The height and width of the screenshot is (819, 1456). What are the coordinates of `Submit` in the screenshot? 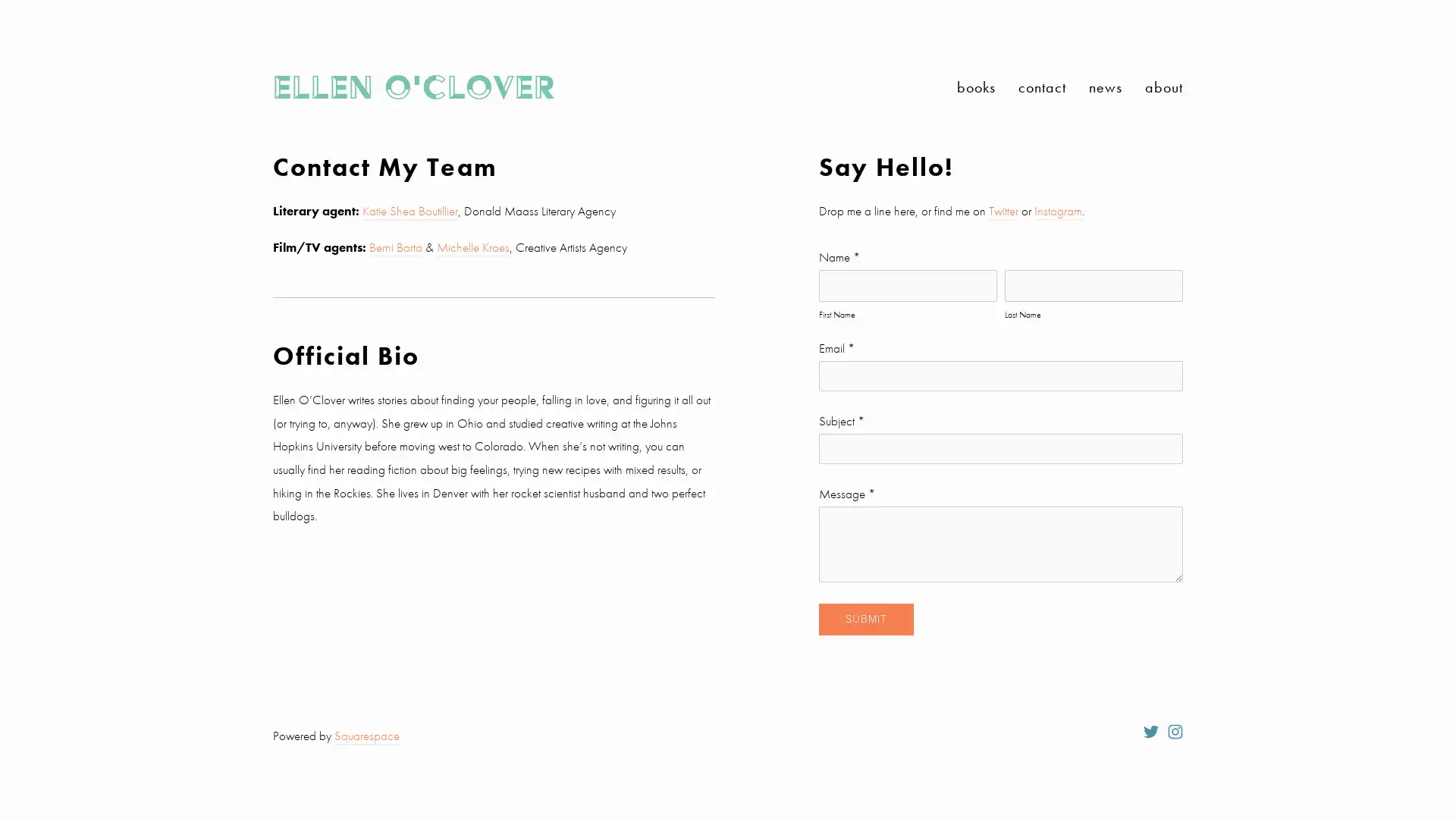 It's located at (865, 619).